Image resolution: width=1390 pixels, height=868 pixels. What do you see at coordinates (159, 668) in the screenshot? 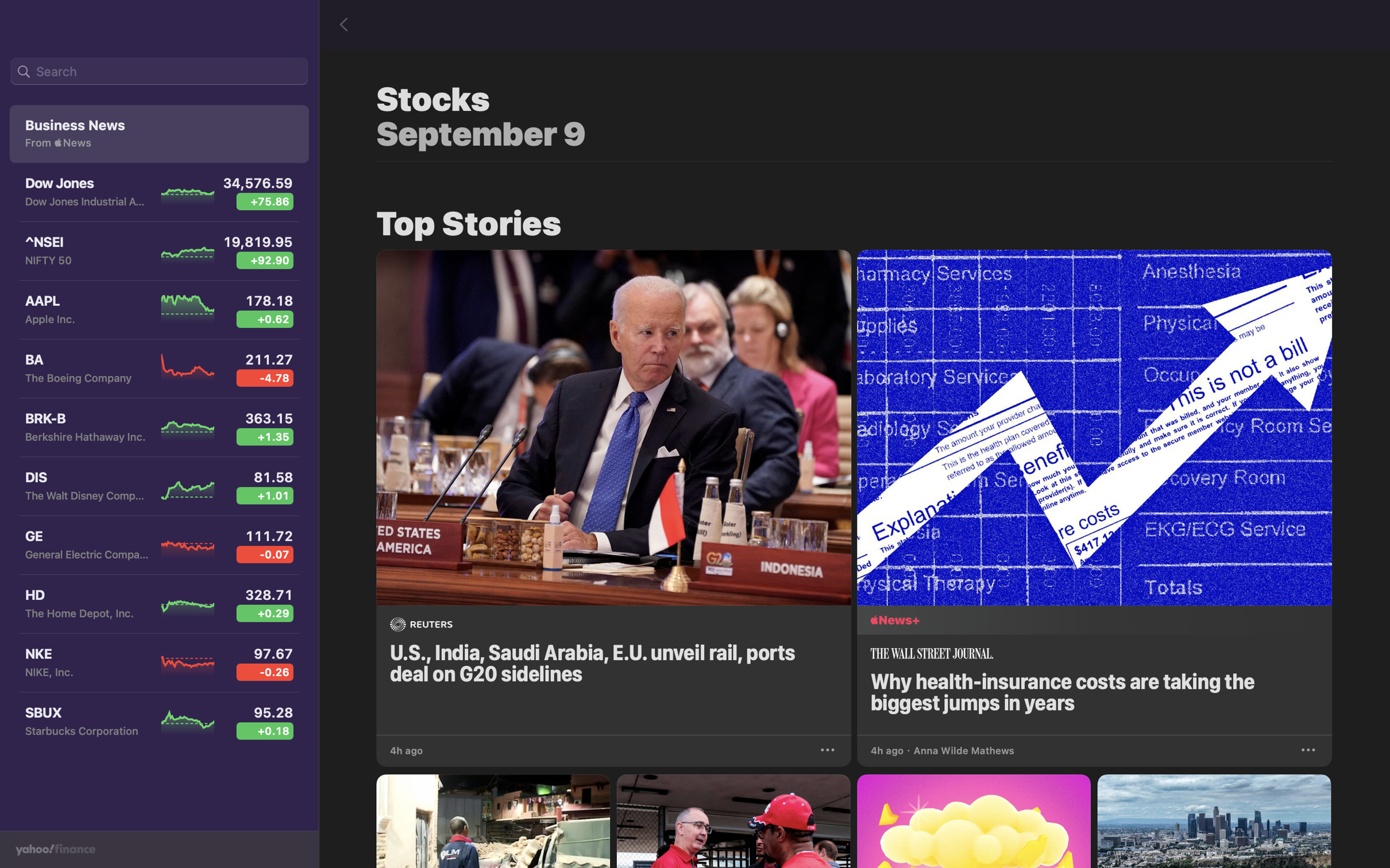
I see `the Nike stock for getting more info` at bounding box center [159, 668].